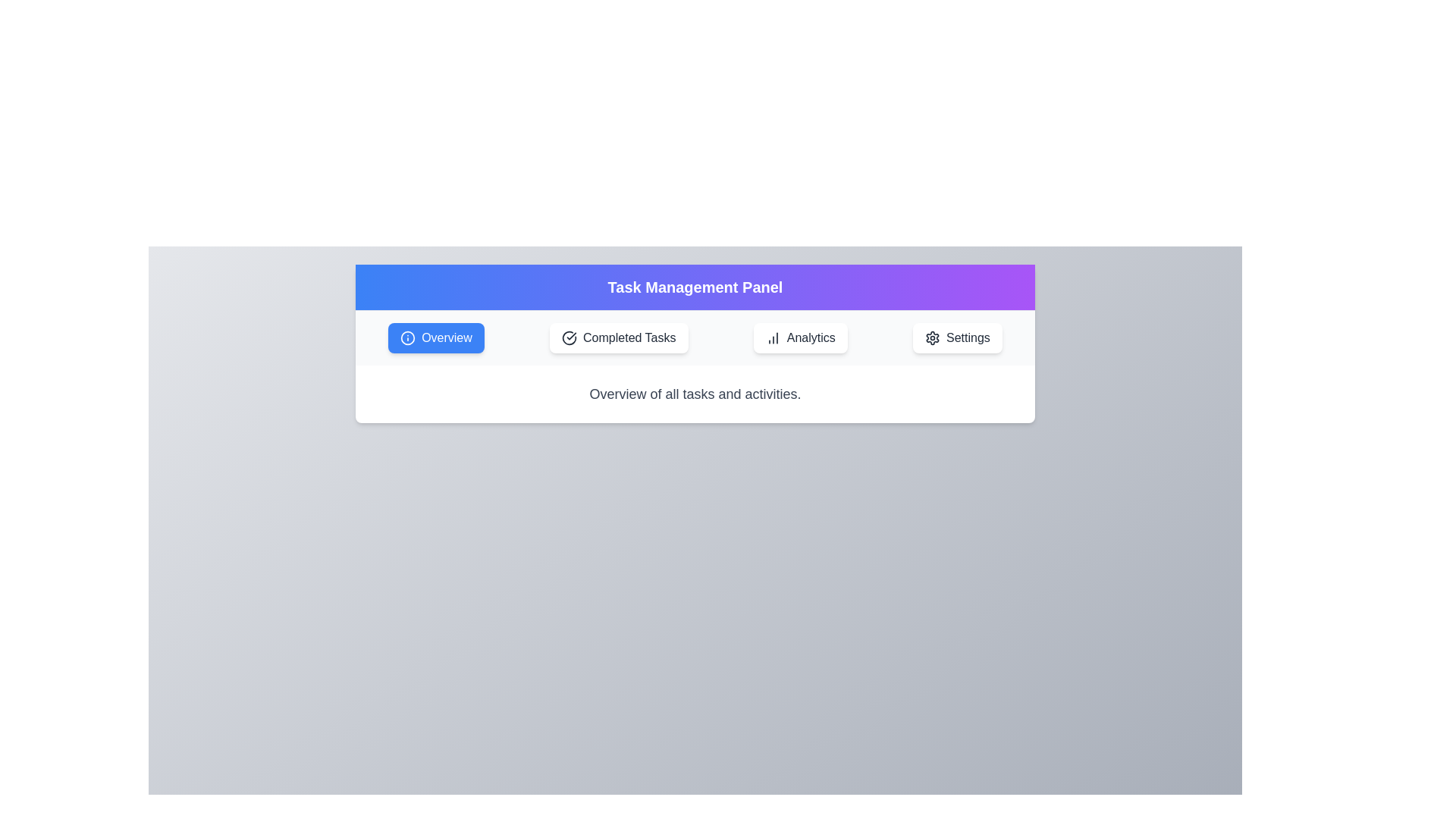  What do you see at coordinates (956, 337) in the screenshot?
I see `the 'Settings' button, which is a white button with a cogwheel icon, located at the far right of the horizontal menu bar` at bounding box center [956, 337].